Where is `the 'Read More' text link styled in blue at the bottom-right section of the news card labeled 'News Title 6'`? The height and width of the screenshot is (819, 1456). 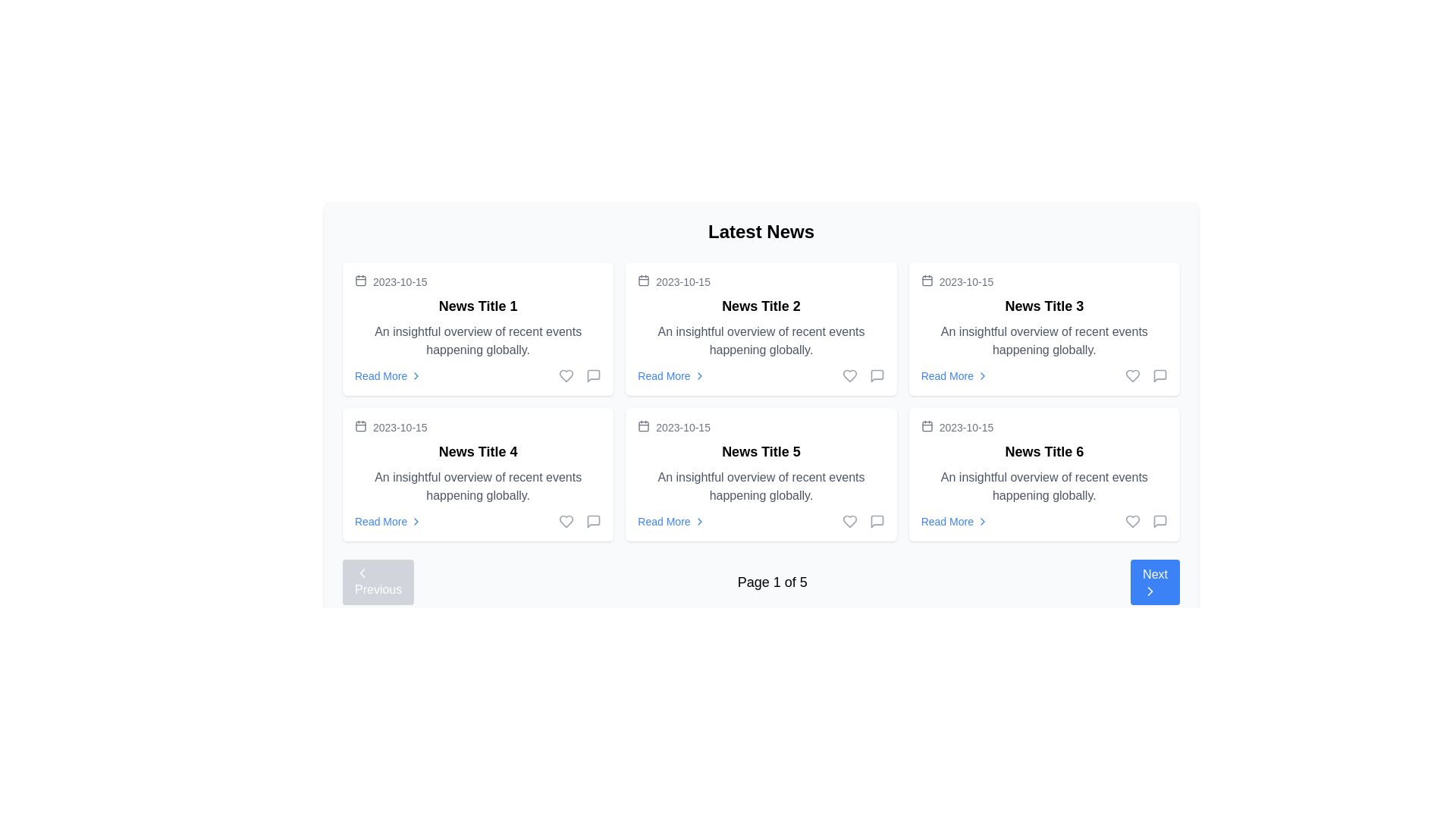 the 'Read More' text link styled in blue at the bottom-right section of the news card labeled 'News Title 6' is located at coordinates (946, 520).